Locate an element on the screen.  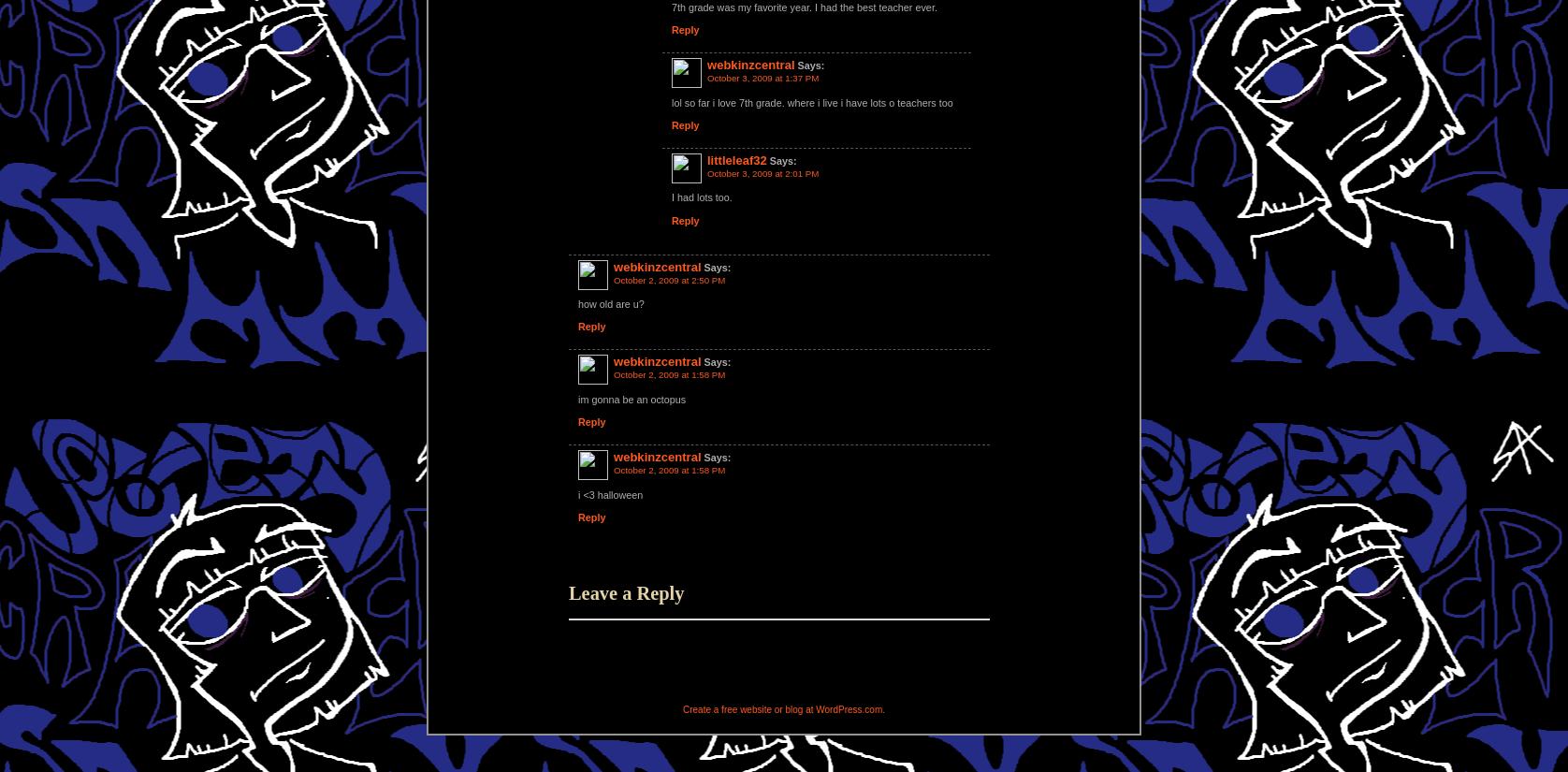
'Leave a Reply' is located at coordinates (625, 592).